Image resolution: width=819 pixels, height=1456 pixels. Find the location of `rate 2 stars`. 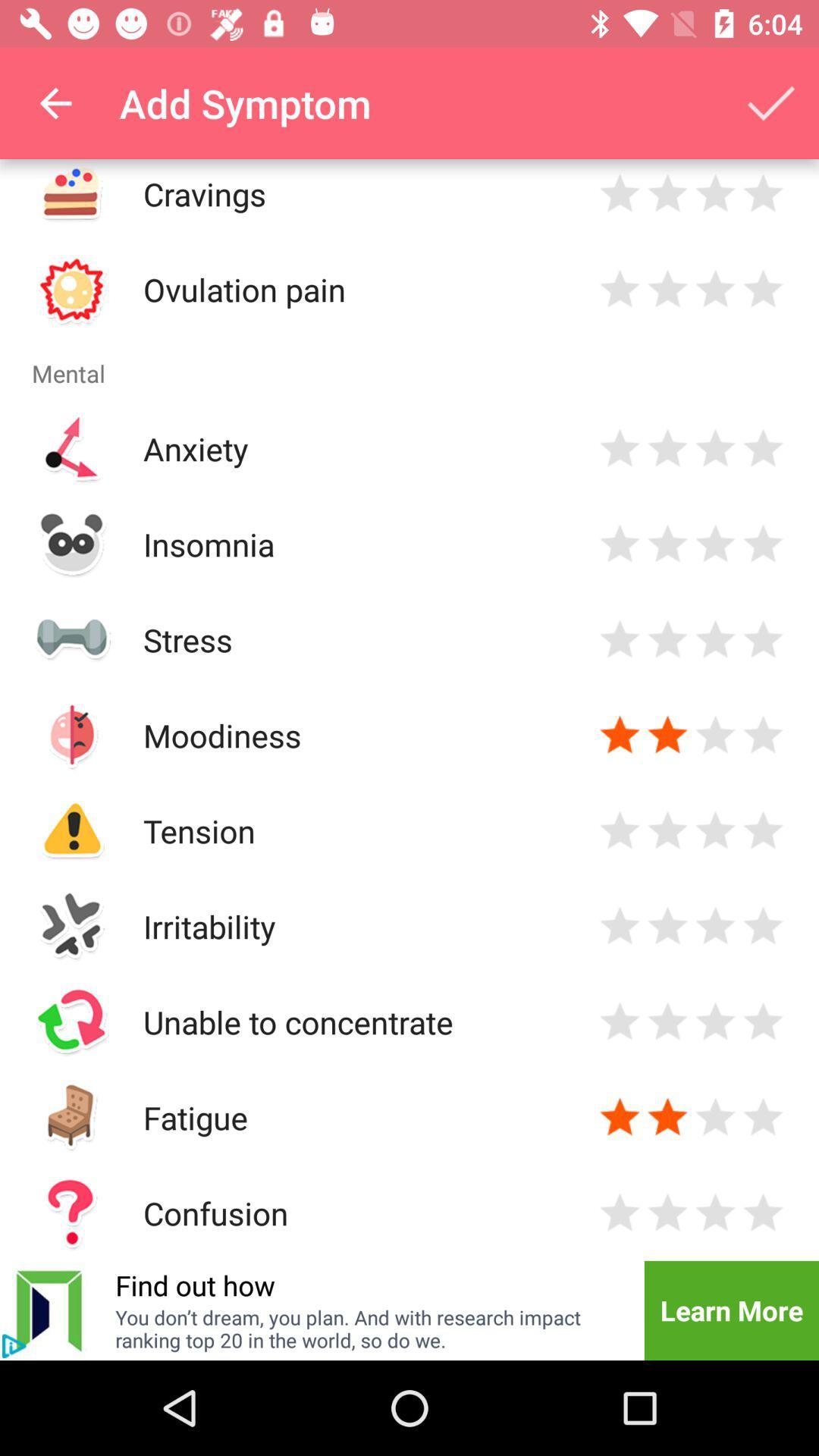

rate 2 stars is located at coordinates (667, 1212).